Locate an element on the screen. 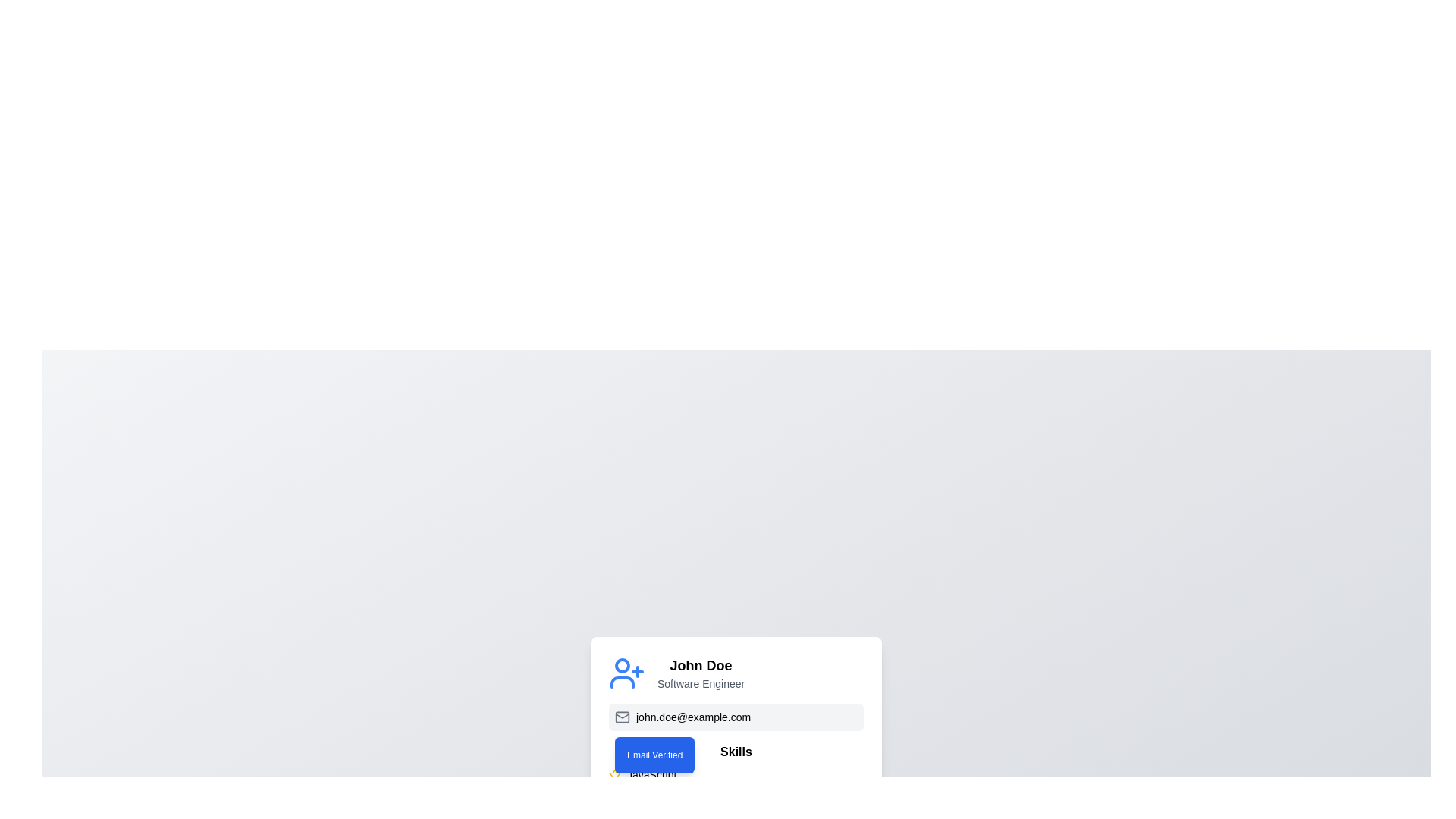 The width and height of the screenshot is (1456, 819). the occupation text element that provides context about the user, which is positioned below the 'John Doe' title and above the email information is located at coordinates (700, 684).